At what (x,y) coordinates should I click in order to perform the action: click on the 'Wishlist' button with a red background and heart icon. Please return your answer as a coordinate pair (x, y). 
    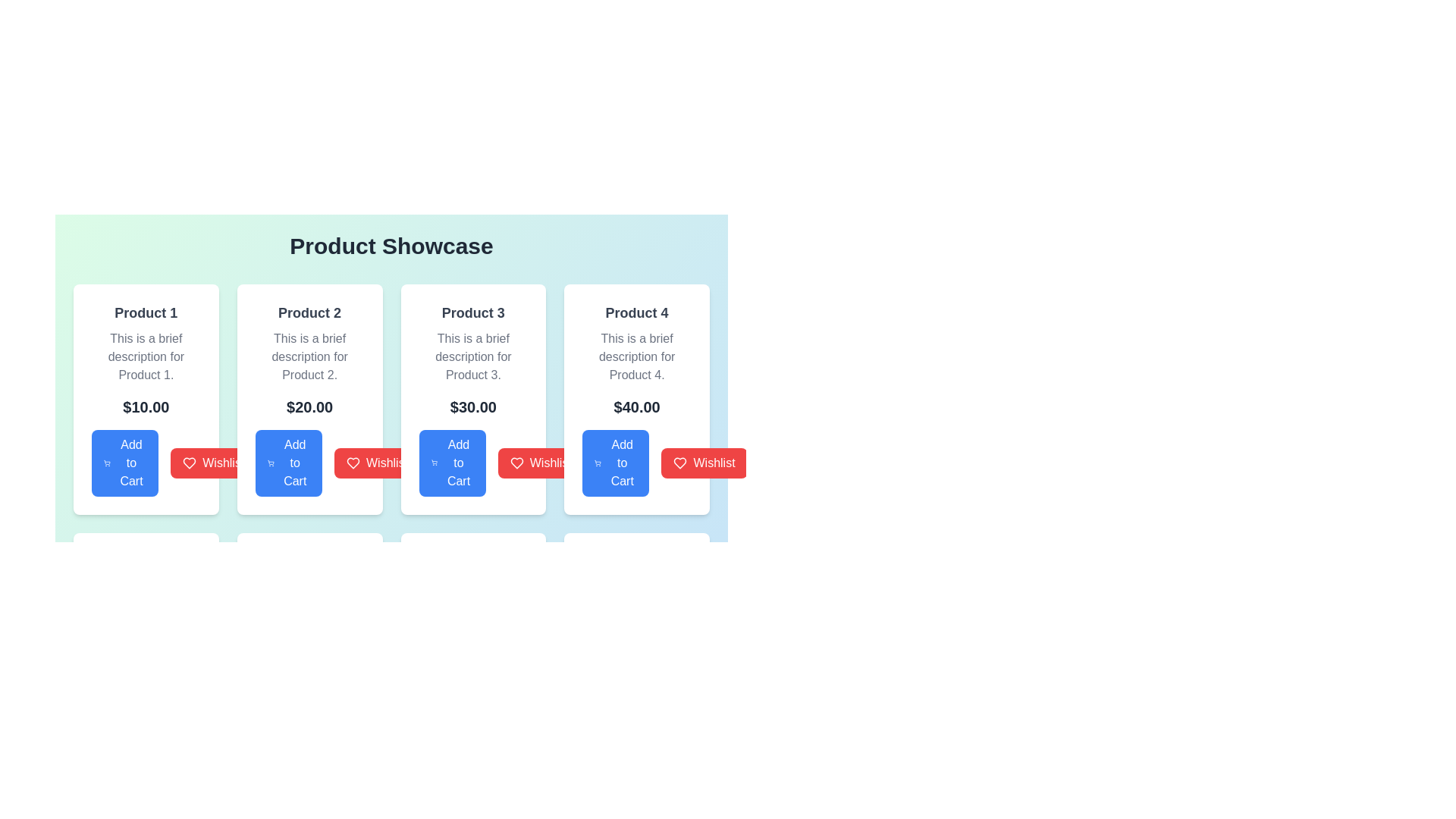
    Looking at the image, I should click on (377, 462).